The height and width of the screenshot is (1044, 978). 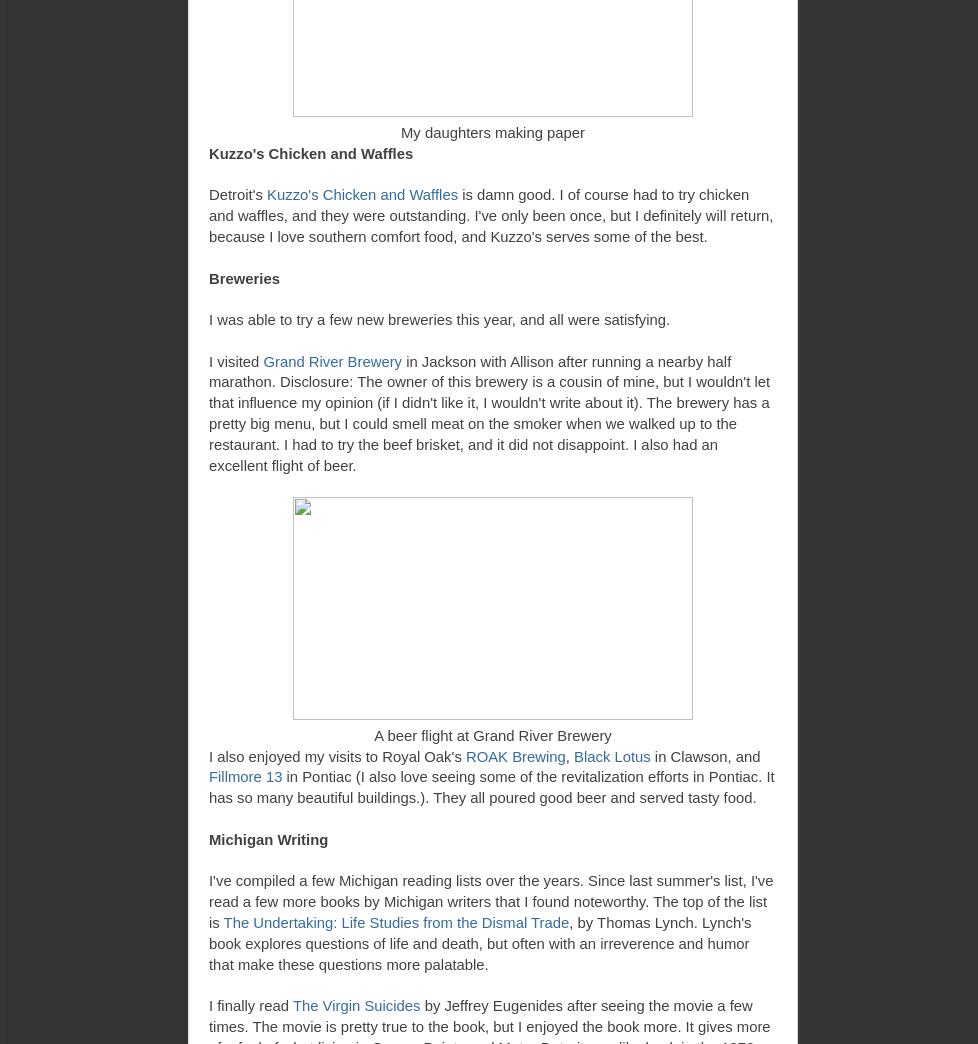 What do you see at coordinates (705, 755) in the screenshot?
I see `'in Clawson, and'` at bounding box center [705, 755].